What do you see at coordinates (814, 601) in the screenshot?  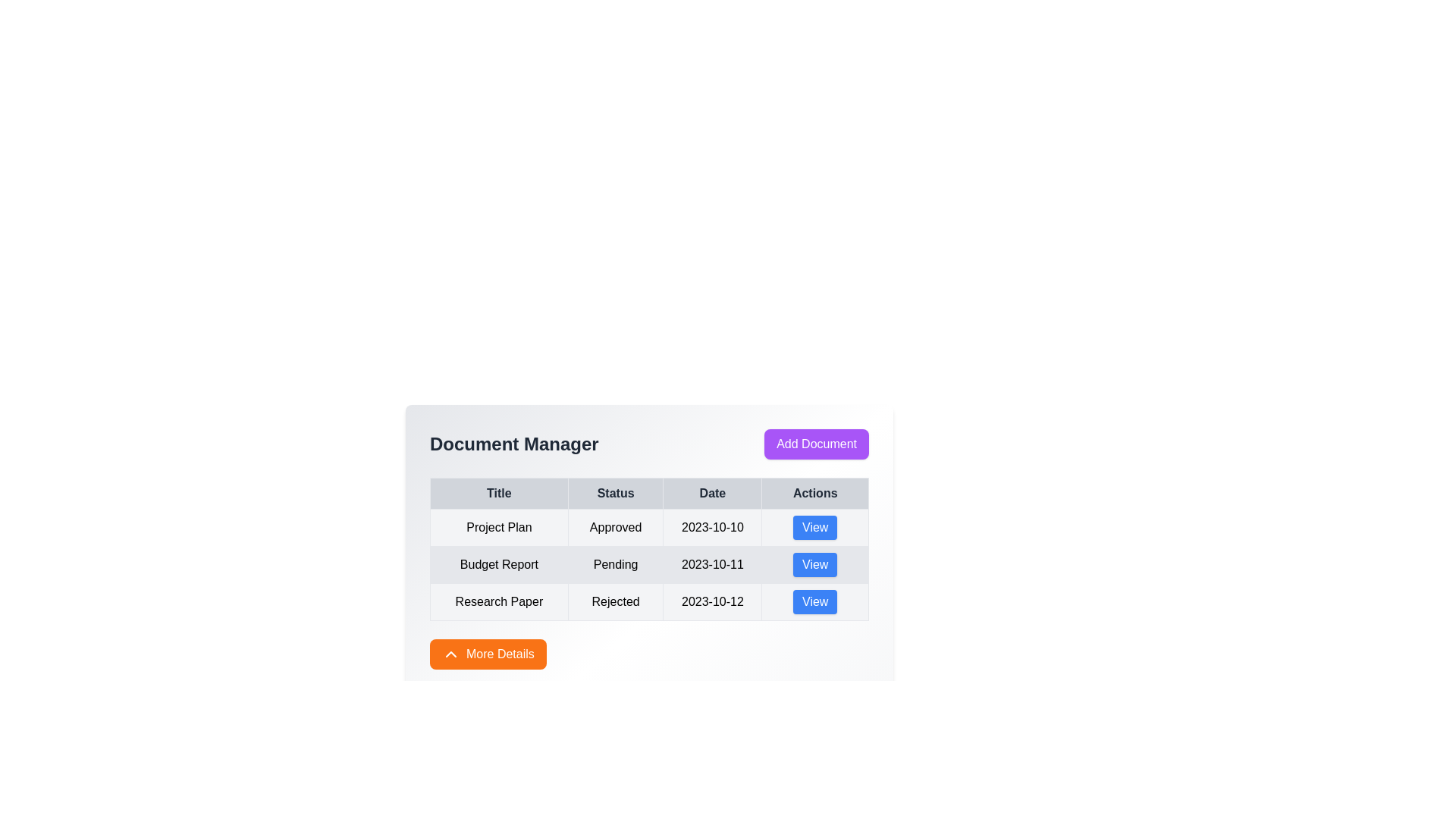 I see `the 'View' button located in the 'Actions' column under the 'Research Paper' row` at bounding box center [814, 601].